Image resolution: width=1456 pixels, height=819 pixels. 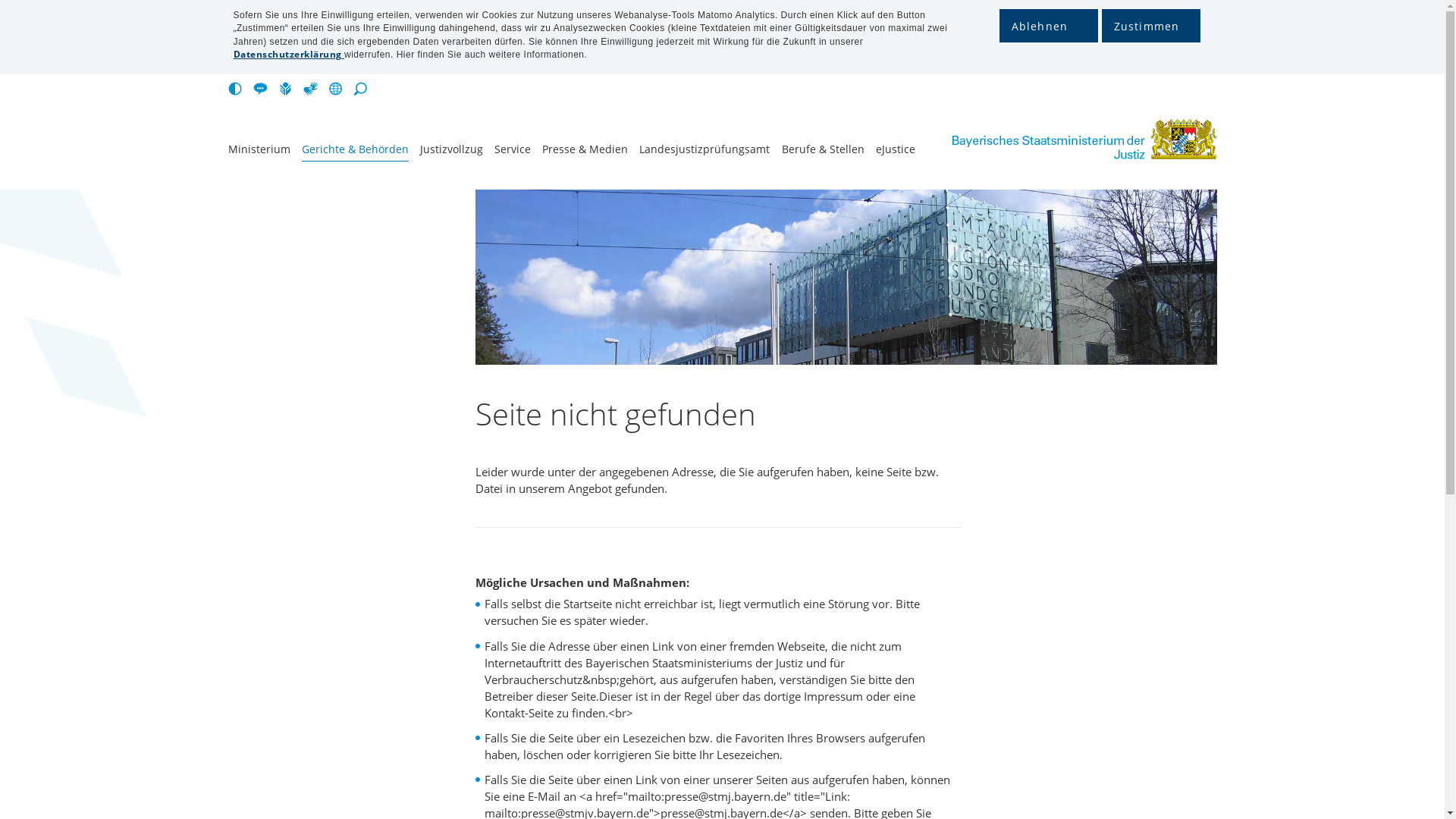 What do you see at coordinates (822, 152) in the screenshot?
I see `'Berufe & Stellen'` at bounding box center [822, 152].